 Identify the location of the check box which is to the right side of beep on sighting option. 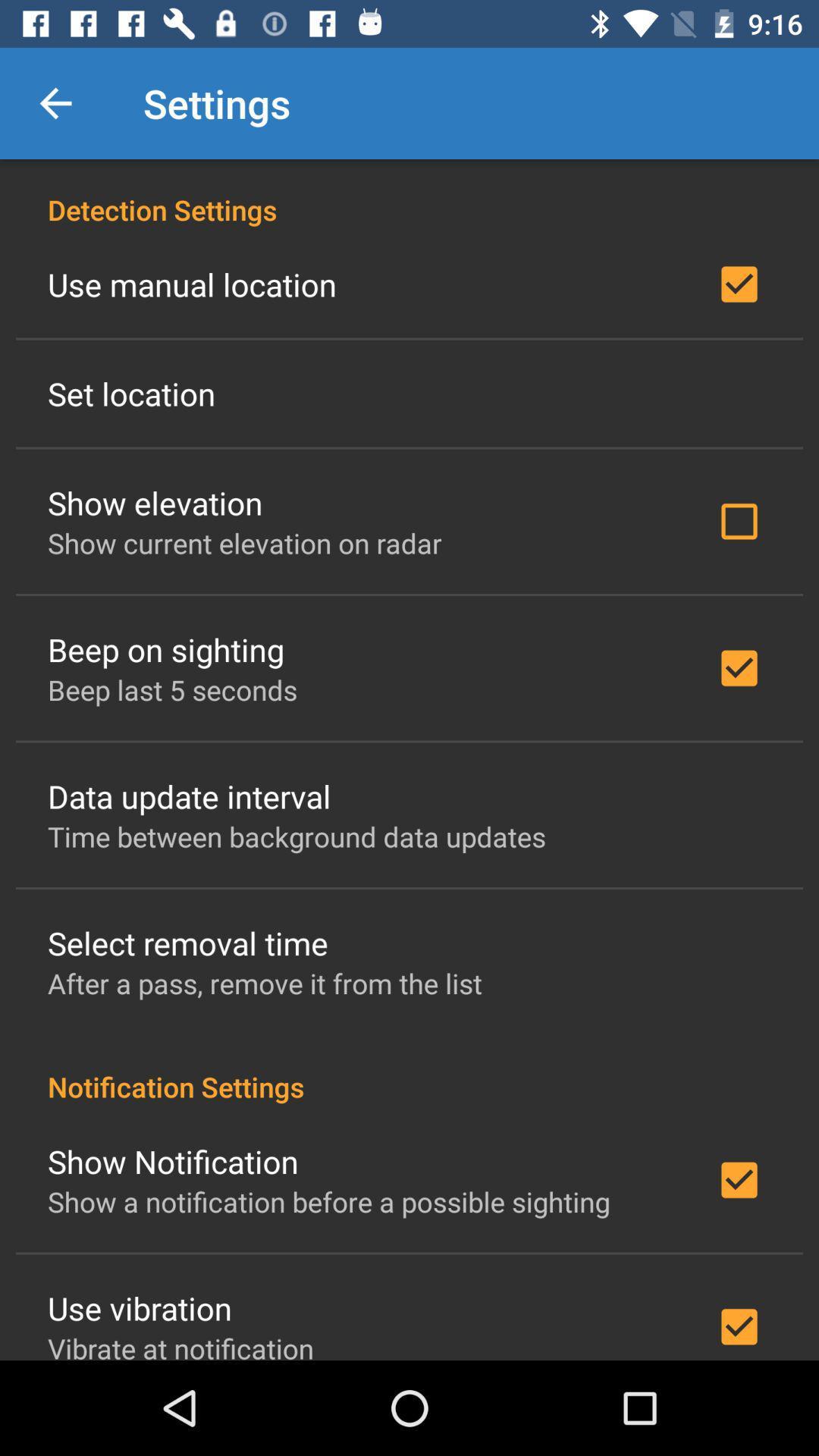
(739, 667).